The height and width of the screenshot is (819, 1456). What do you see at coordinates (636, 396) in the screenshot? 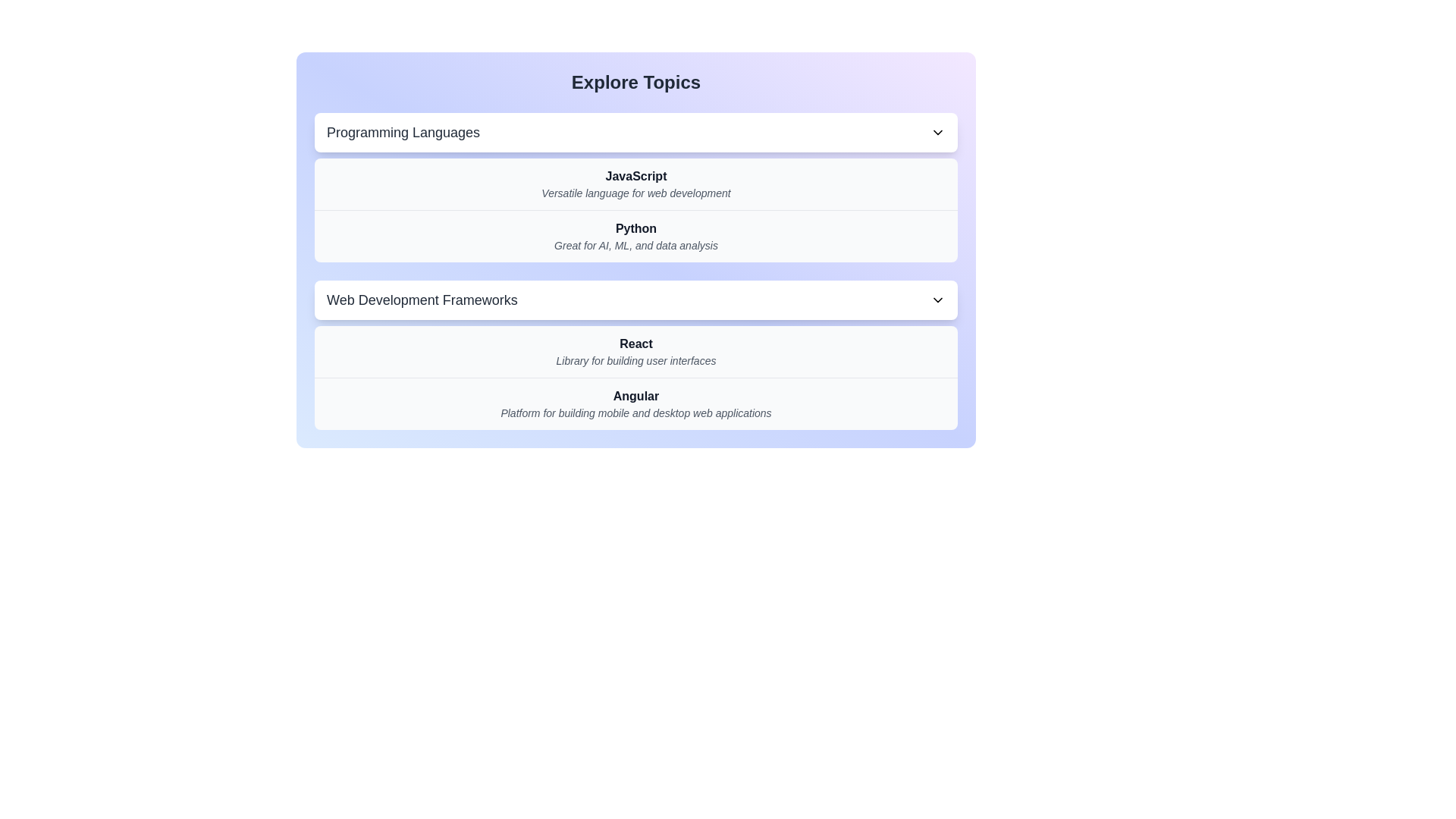
I see `the static text label displaying 'Angular', which is part of the section labeled 'Web Development Frameworks', located below 'React' and above an italicized explanation` at bounding box center [636, 396].